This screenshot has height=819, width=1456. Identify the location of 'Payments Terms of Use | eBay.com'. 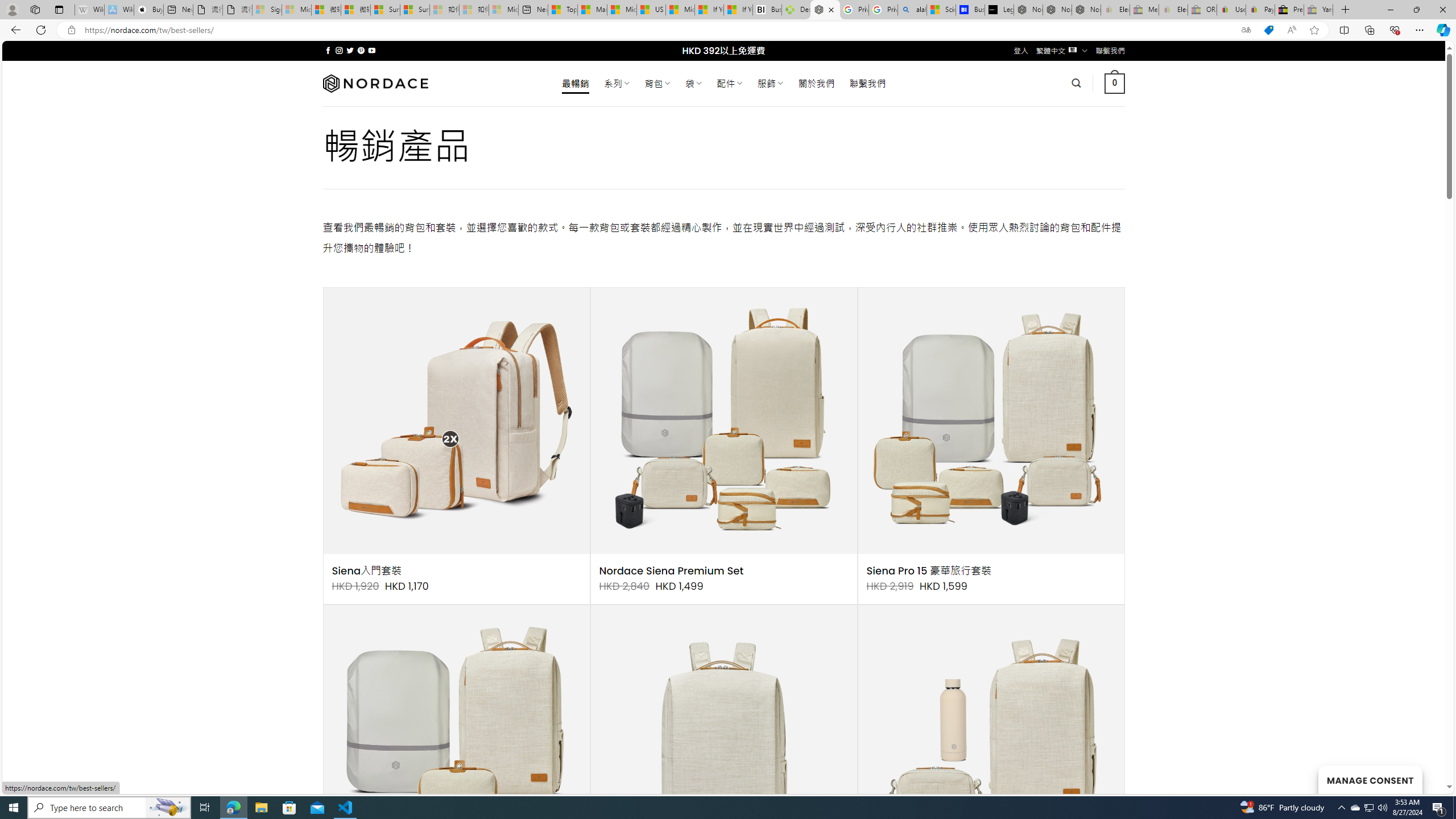
(1259, 9).